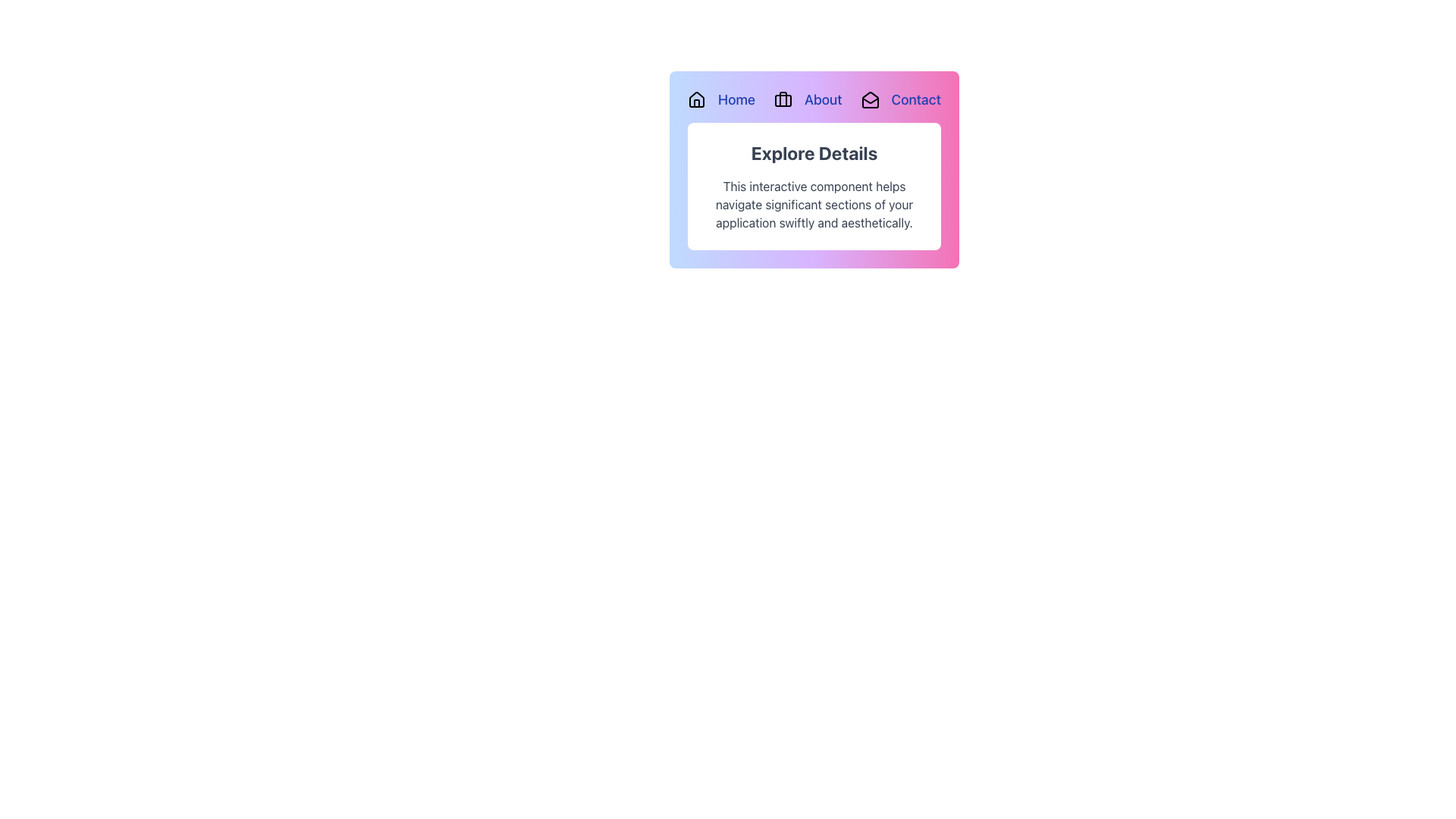 The width and height of the screenshot is (1456, 819). Describe the element at coordinates (870, 99) in the screenshot. I see `the open envelope icon in the navigation bar located under the 'Contact' link, which is the rightmost icon in the navigation component` at that location.